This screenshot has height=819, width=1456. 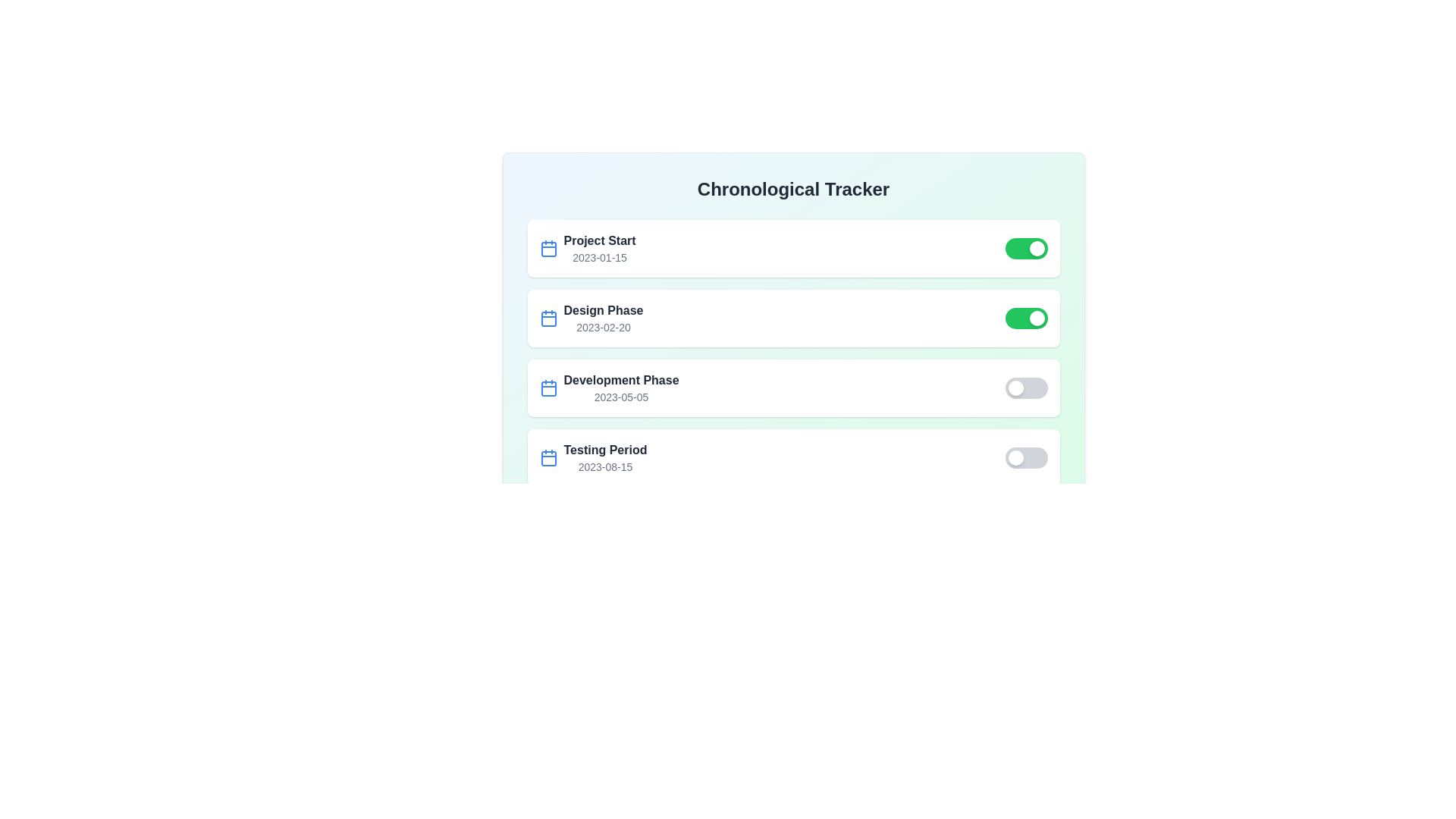 I want to click on the calendar icon for the milestone Testing Period, so click(x=548, y=457).